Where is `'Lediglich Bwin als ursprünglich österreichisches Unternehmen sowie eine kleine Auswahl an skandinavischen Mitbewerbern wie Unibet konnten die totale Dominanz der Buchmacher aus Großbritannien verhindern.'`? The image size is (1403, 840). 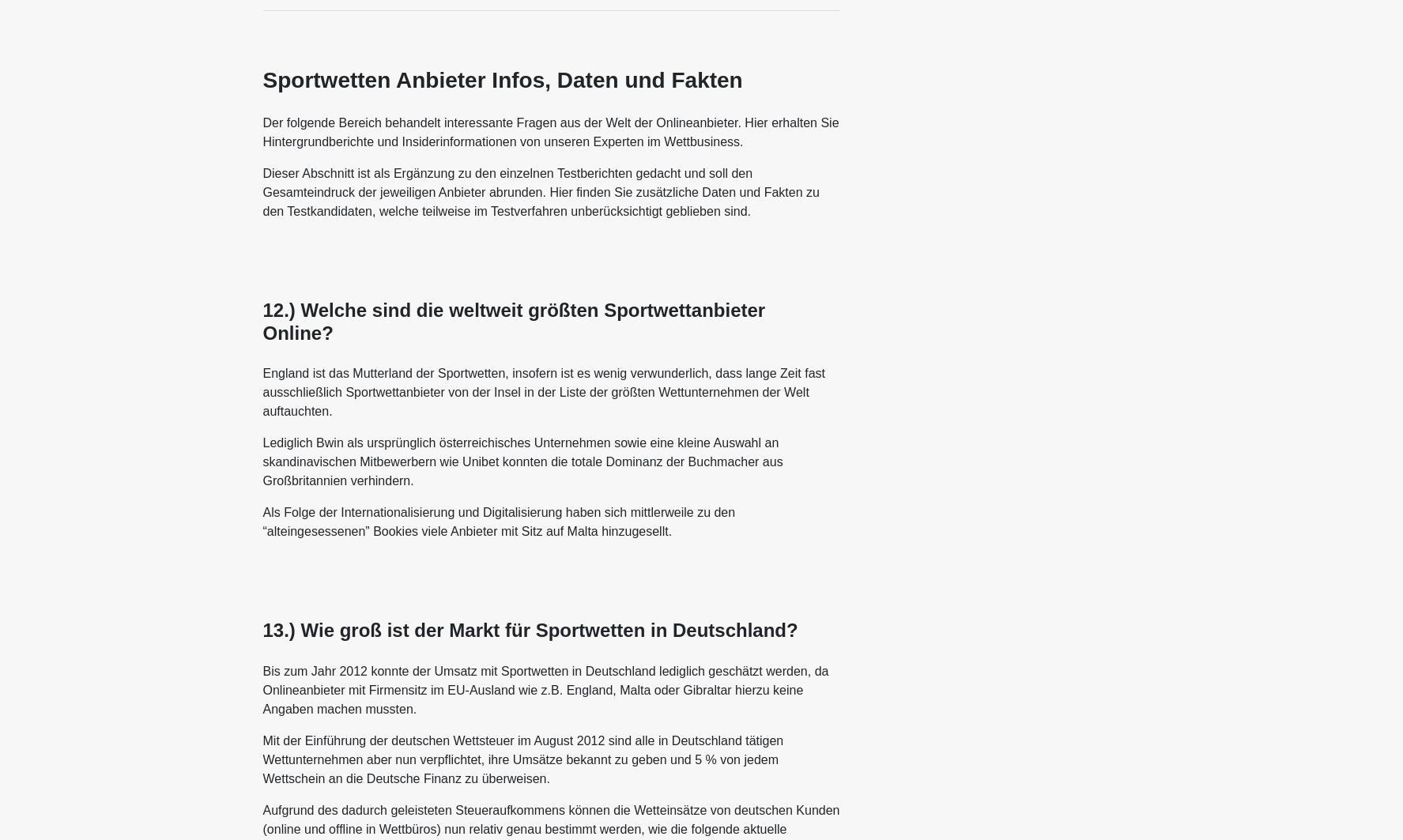 'Lediglich Bwin als ursprünglich österreichisches Unternehmen sowie eine kleine Auswahl an skandinavischen Mitbewerbern wie Unibet konnten die totale Dominanz der Buchmacher aus Großbritannien verhindern.' is located at coordinates (522, 461).